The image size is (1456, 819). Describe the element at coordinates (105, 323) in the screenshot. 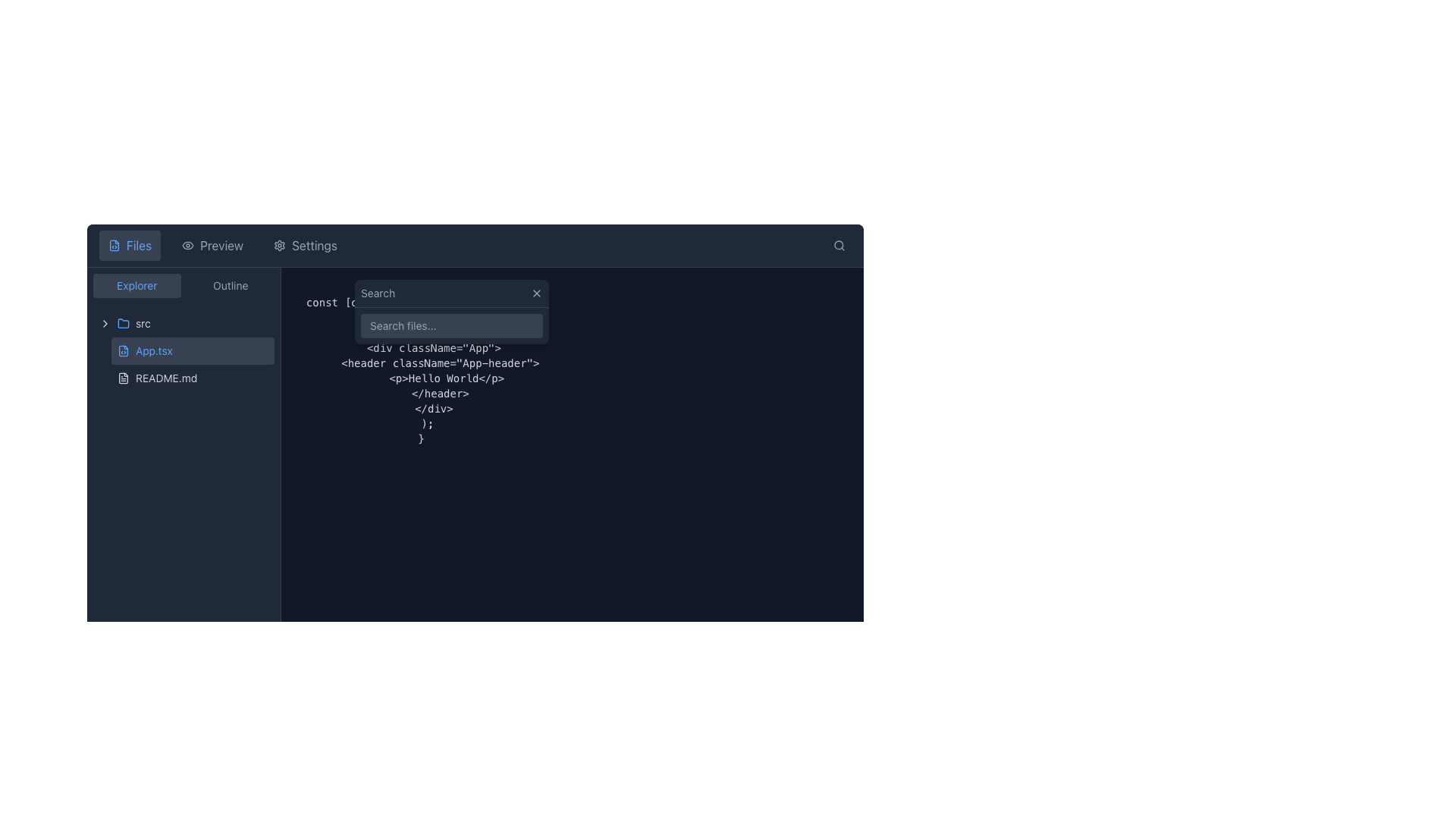

I see `the SVG icon indicating the expandable or collapsible state for the 'src' folder in the Explorer pane for keyboard navigation` at that location.